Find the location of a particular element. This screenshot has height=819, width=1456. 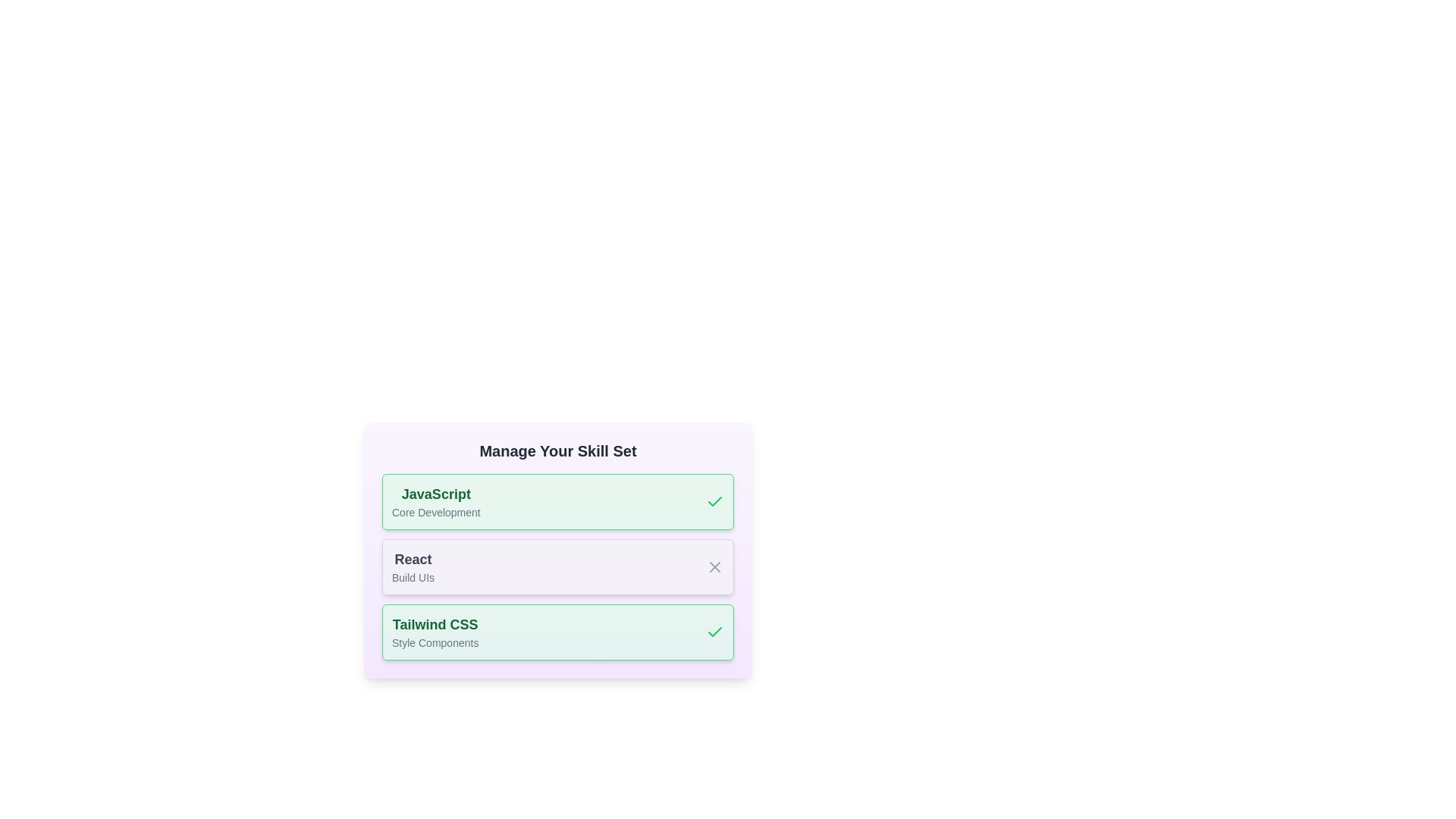

the skill entry corresponding to Tailwind CSS to view its details is located at coordinates (435, 632).